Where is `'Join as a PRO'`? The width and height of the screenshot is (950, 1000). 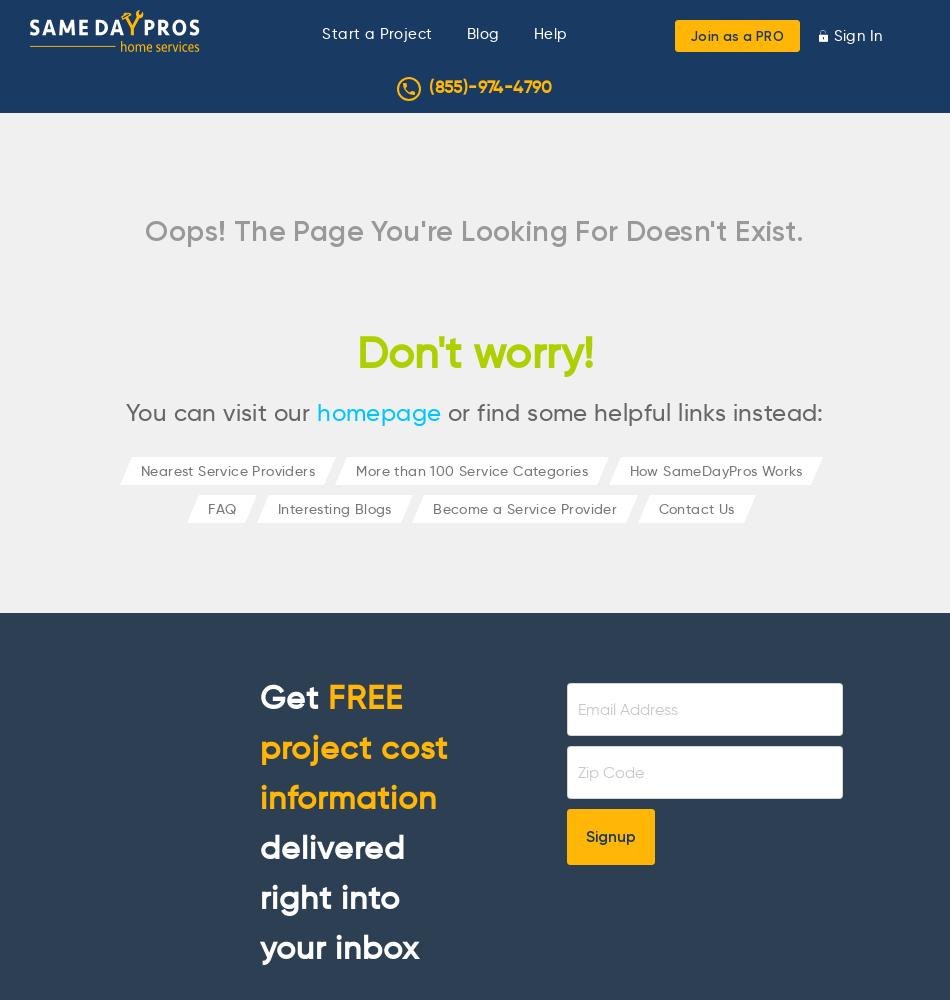
'Join as a PRO' is located at coordinates (736, 36).